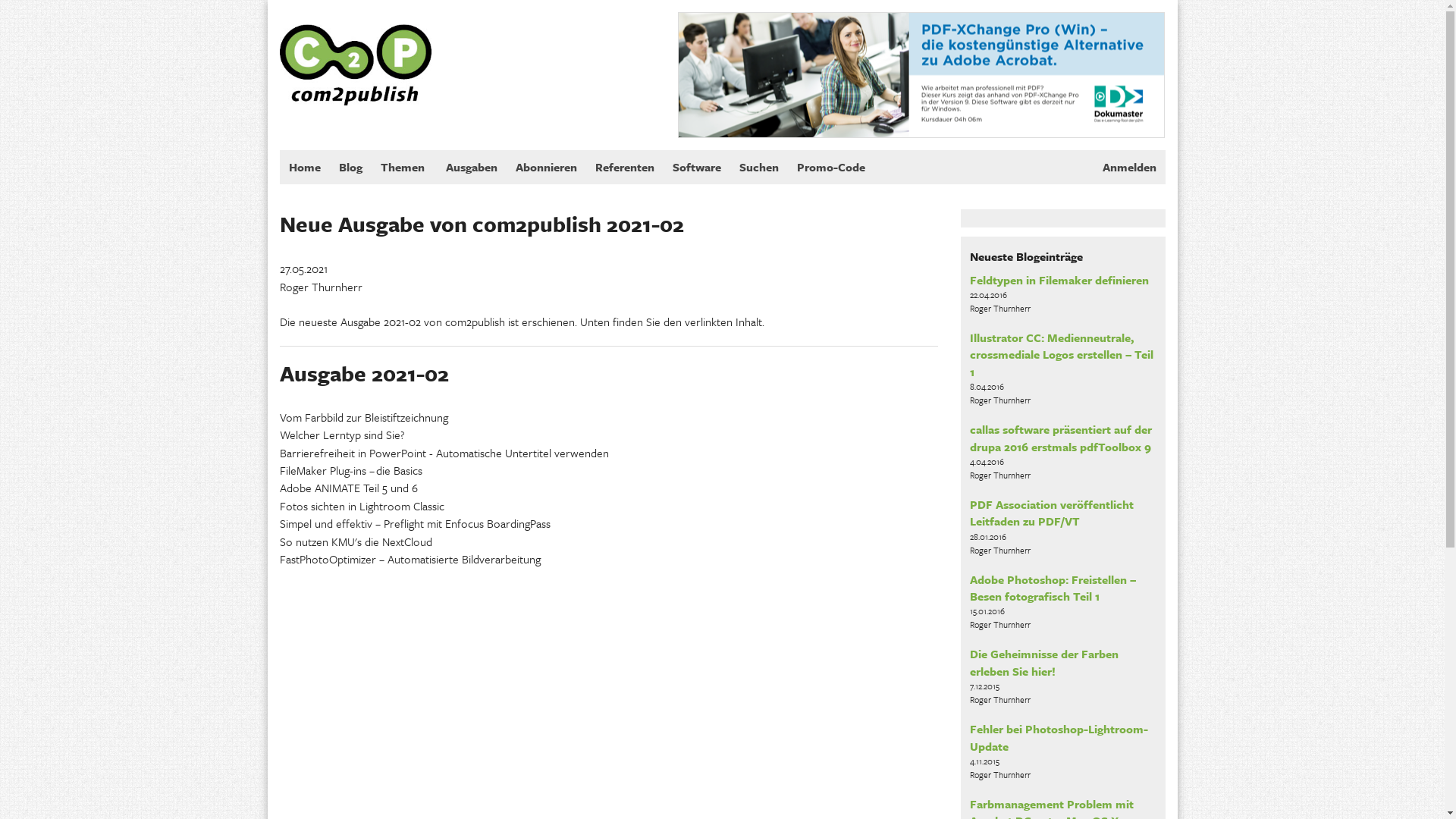  I want to click on 'Adobe ANIMATE Teil 5 und 6', so click(347, 488).